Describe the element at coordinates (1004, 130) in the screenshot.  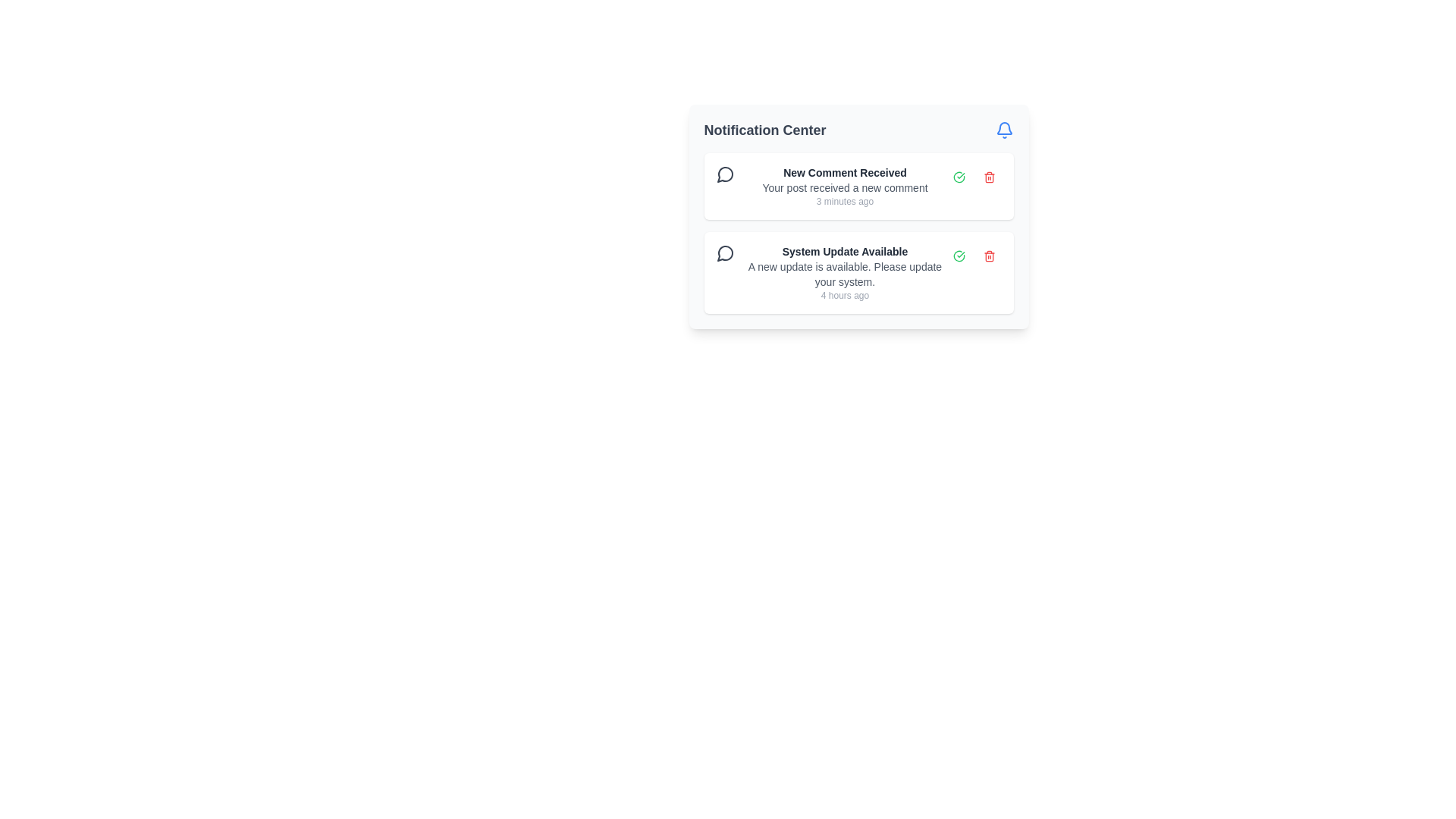
I see `the bell icon located at the top-right of the 'Notification Center' header, adjacent to the text 'Notification Center'` at that location.